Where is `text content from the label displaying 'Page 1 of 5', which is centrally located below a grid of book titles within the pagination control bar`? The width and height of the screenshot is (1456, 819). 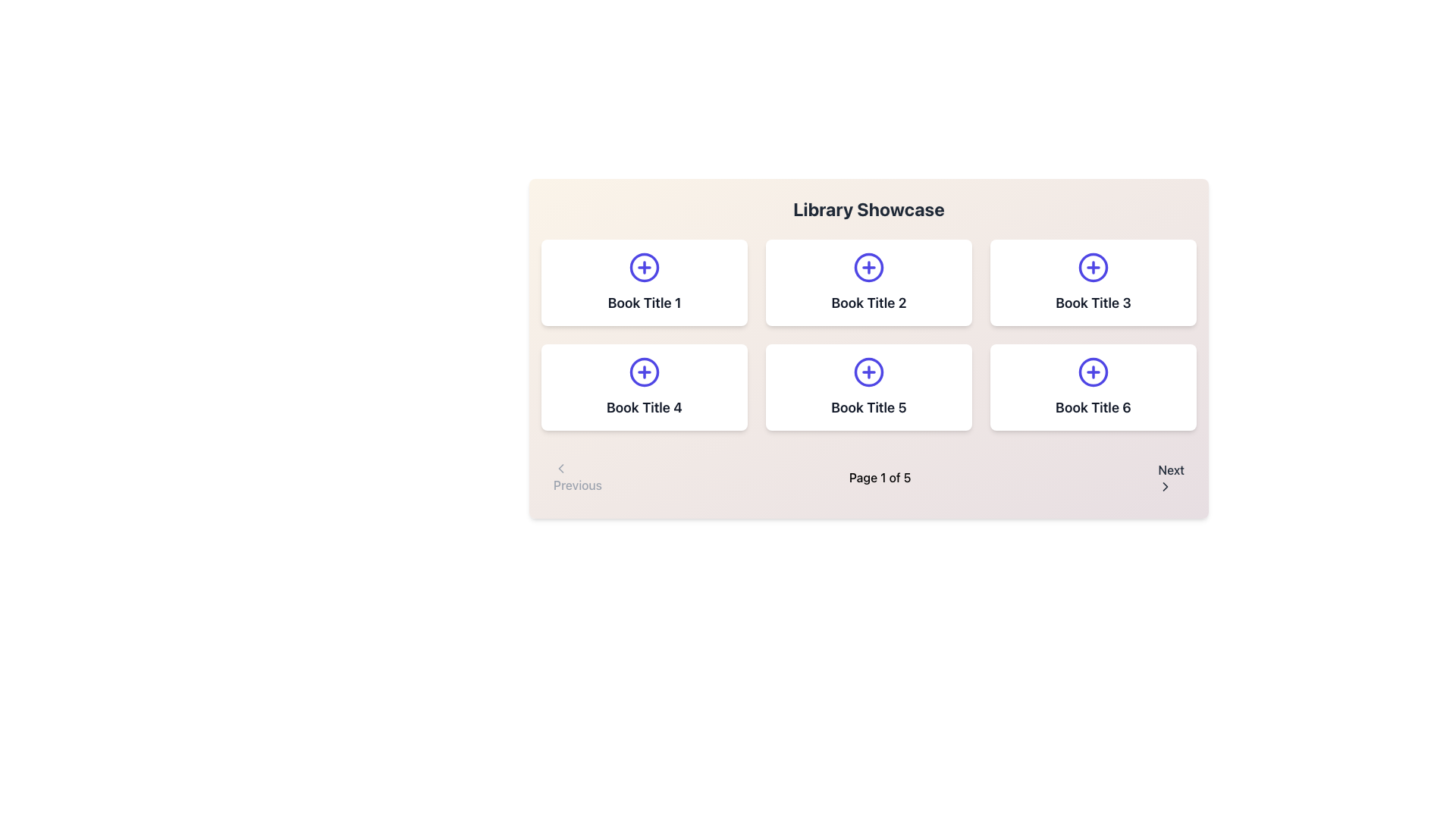 text content from the label displaying 'Page 1 of 5', which is centrally located below a grid of book titles within the pagination control bar is located at coordinates (869, 476).